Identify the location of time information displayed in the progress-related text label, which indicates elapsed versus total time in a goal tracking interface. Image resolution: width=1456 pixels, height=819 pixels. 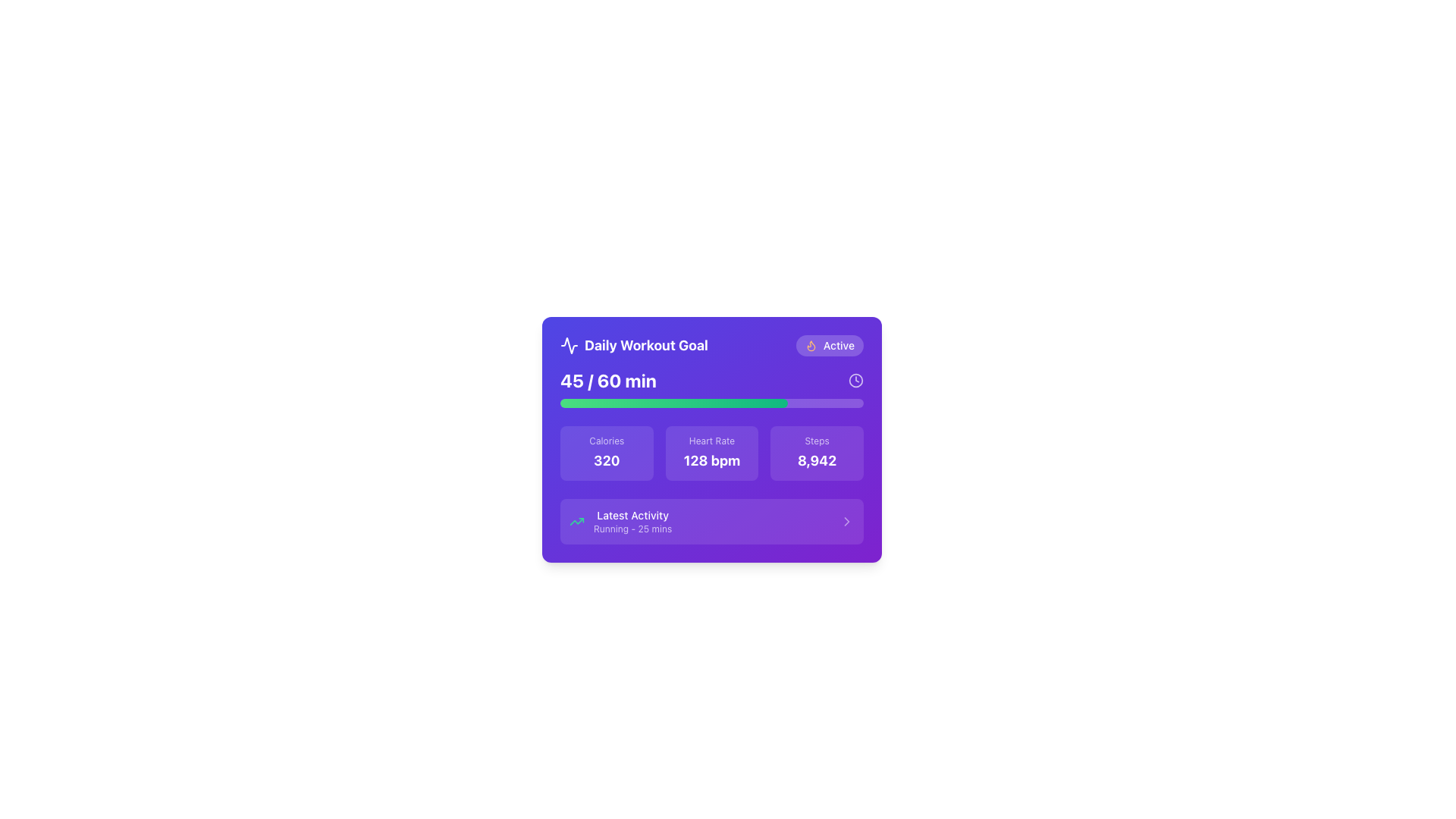
(608, 379).